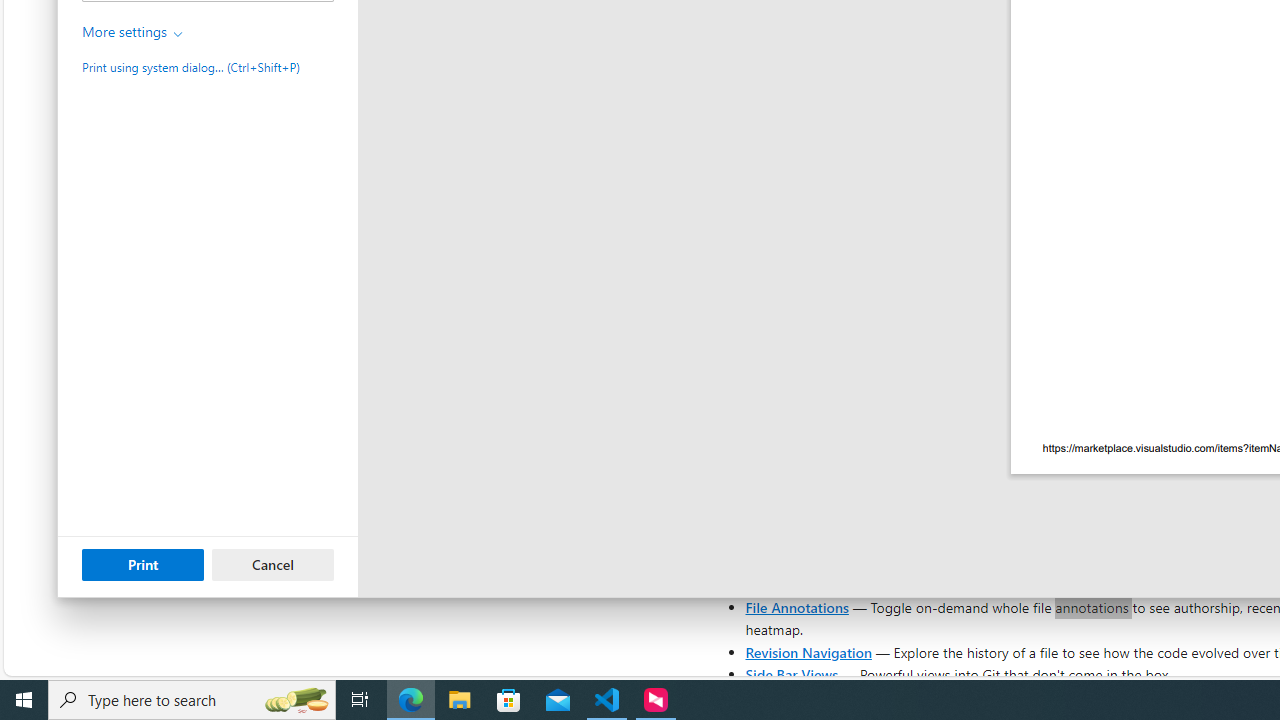 This screenshot has width=1280, height=720. Describe the element at coordinates (132, 32) in the screenshot. I see `'More settings'` at that location.